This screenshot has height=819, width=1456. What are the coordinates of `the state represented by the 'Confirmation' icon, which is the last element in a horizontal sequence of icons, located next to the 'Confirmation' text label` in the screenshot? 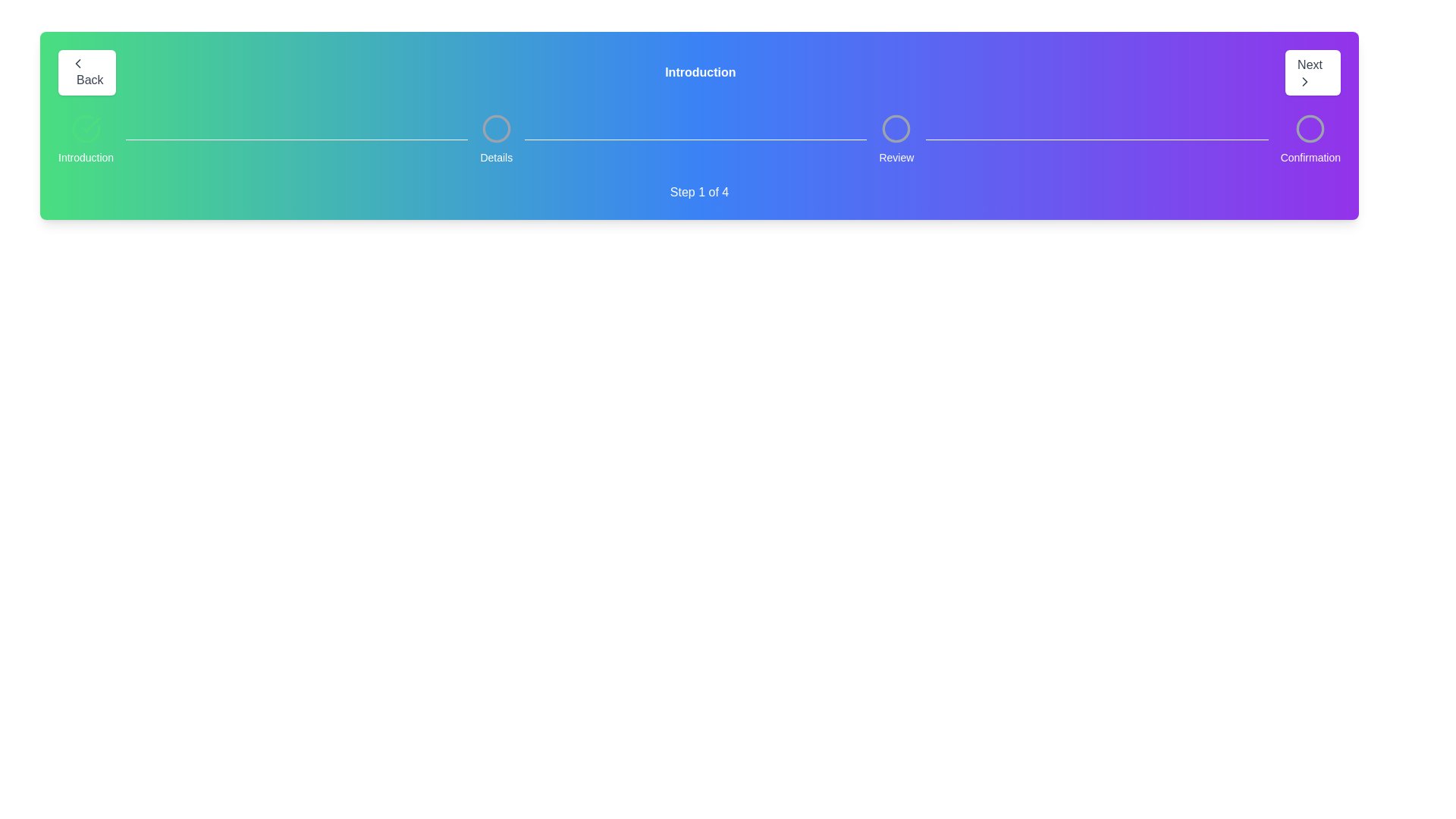 It's located at (1310, 127).